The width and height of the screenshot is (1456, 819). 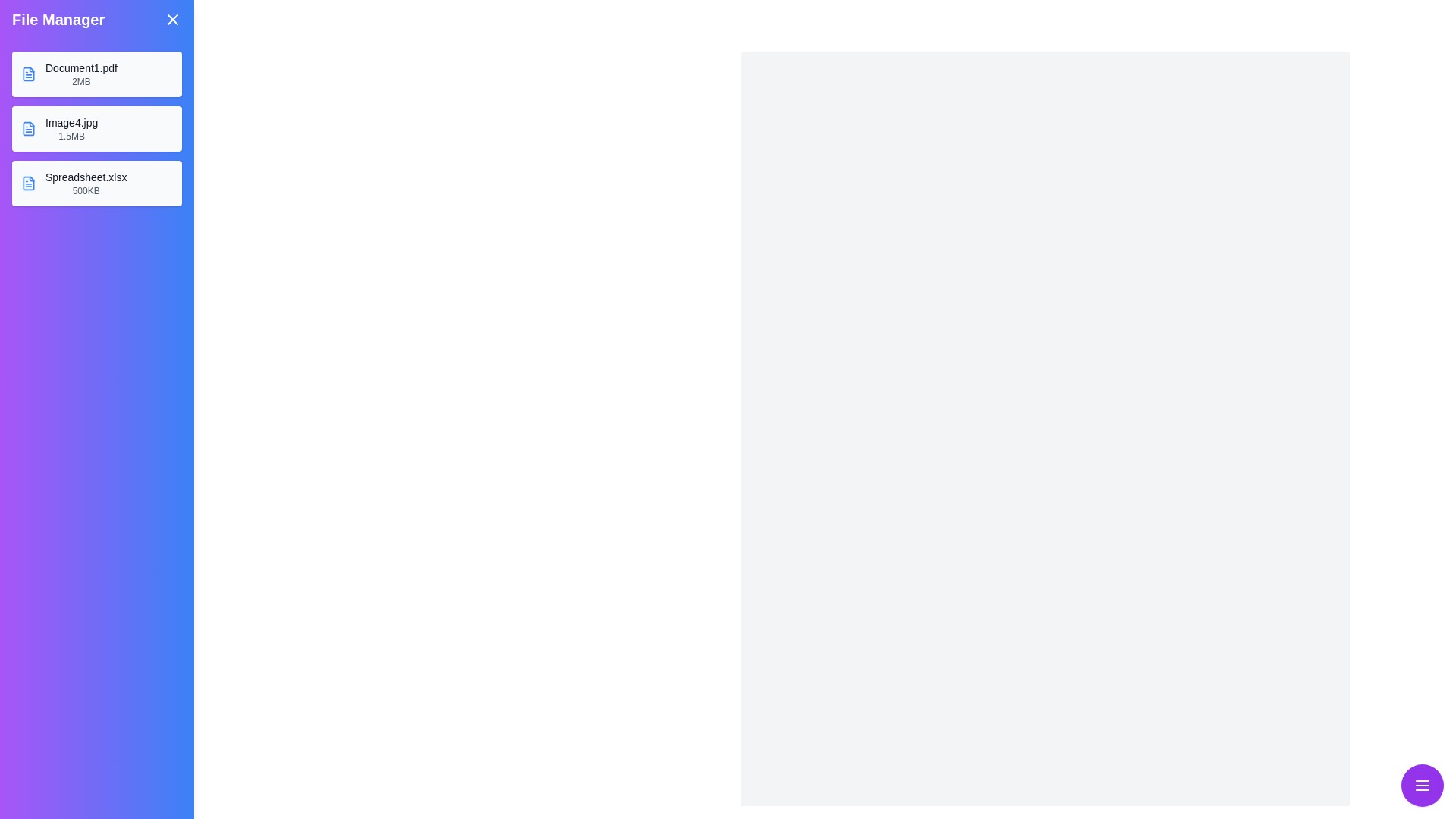 I want to click on the static text label displaying '2MB', which indicates the file size beneath 'Document1.pdf', so click(x=80, y=82).